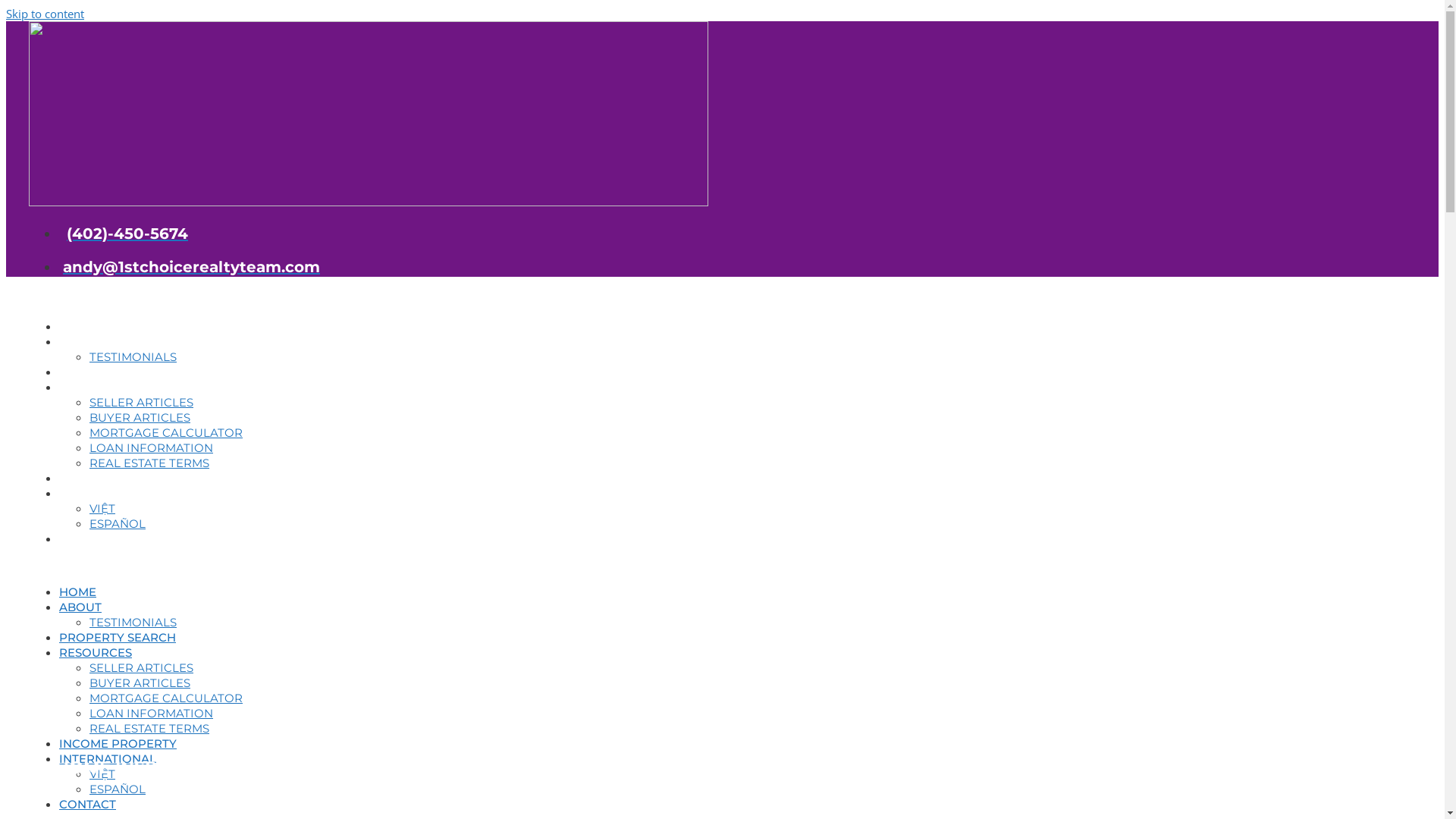  Describe the element at coordinates (124, 234) in the screenshot. I see `'(402)-450-5674'` at that location.